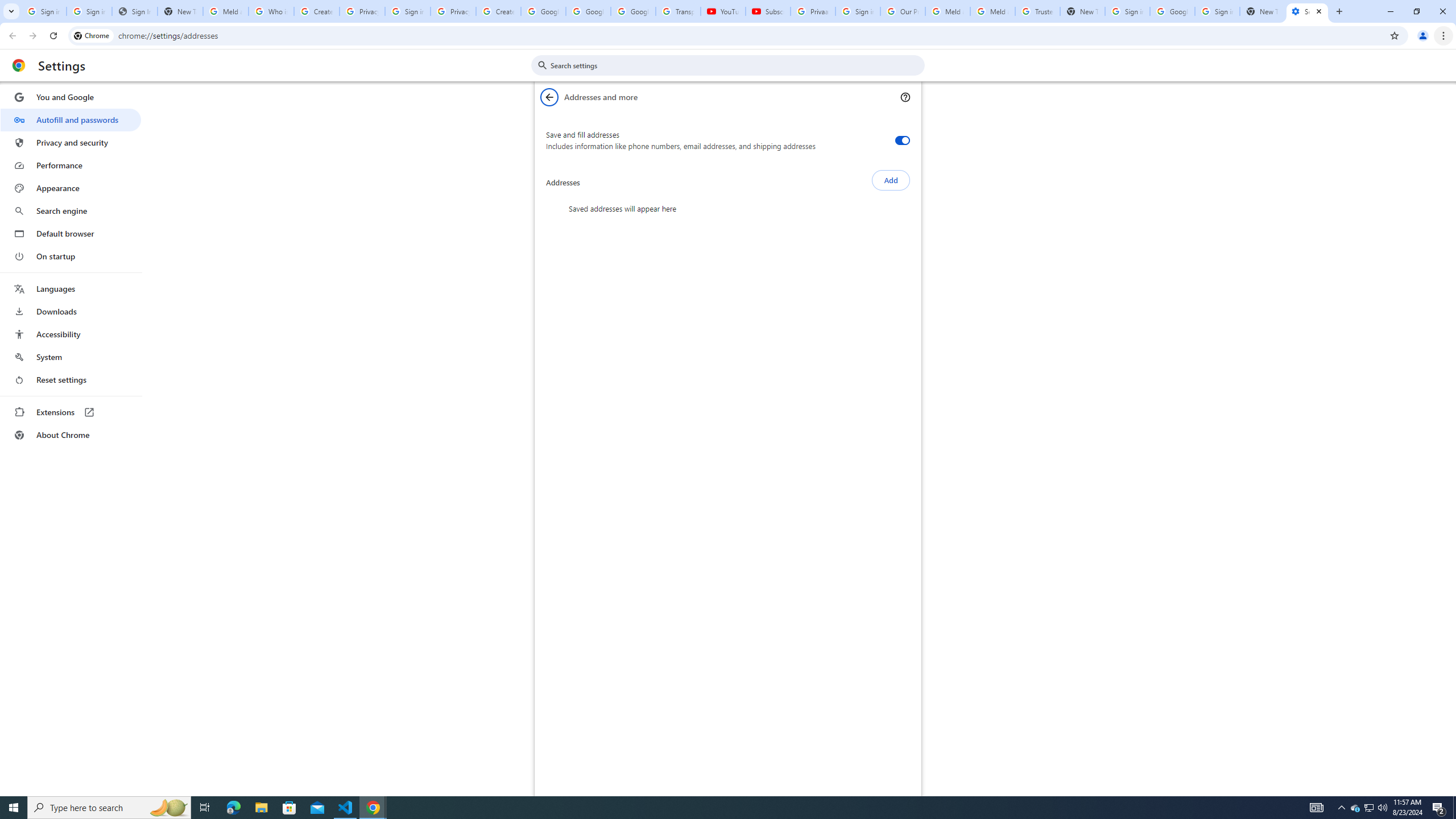 This screenshot has height=819, width=1456. What do you see at coordinates (271, 11) in the screenshot?
I see `'Who is my administrator? - Google Account Help'` at bounding box center [271, 11].